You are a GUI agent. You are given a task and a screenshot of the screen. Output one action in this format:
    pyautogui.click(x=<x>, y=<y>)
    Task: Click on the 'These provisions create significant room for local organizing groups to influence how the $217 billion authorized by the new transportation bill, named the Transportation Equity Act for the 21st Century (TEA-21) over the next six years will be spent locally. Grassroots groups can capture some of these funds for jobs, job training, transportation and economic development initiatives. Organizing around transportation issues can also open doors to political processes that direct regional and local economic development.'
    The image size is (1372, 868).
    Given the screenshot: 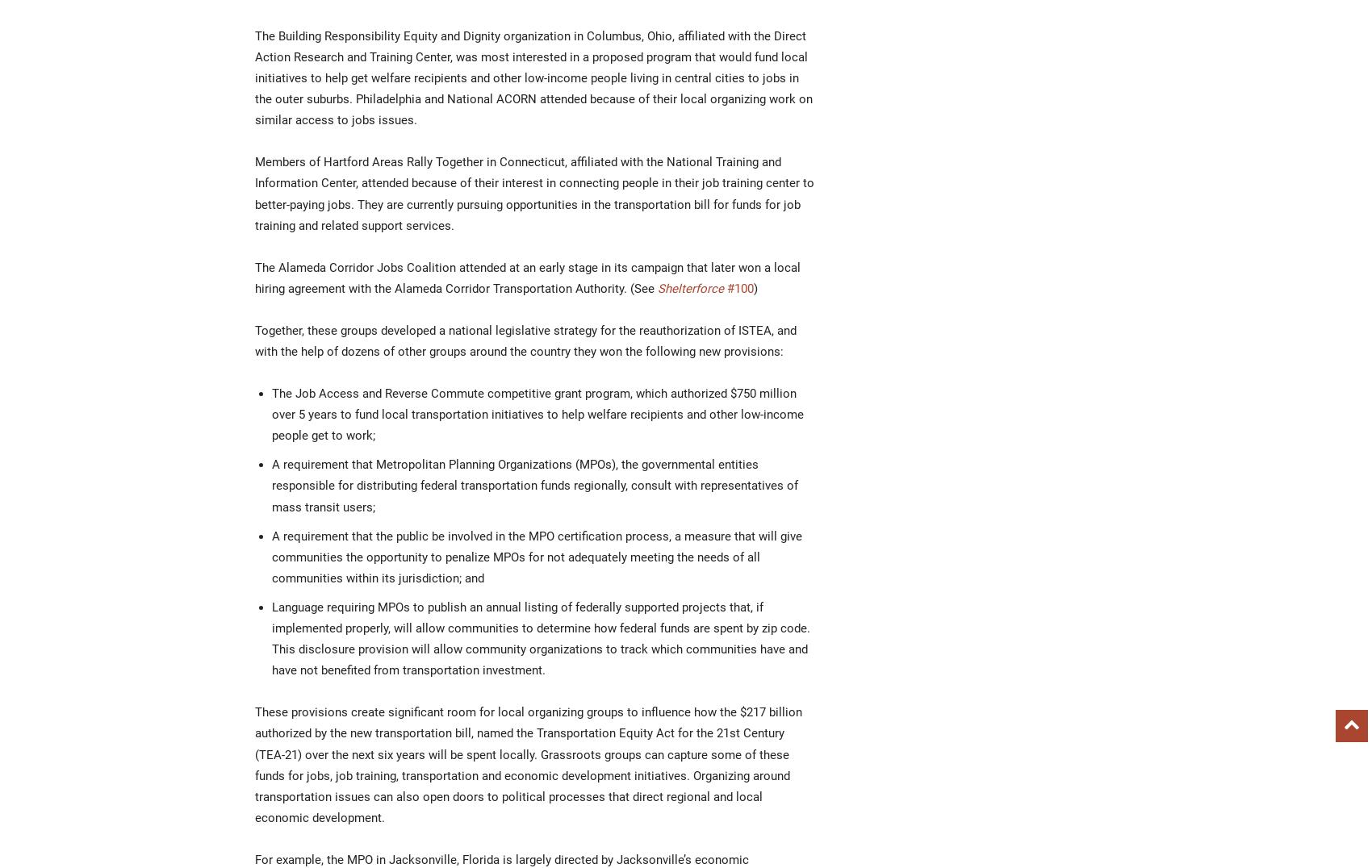 What is the action you would take?
    pyautogui.click(x=529, y=764)
    